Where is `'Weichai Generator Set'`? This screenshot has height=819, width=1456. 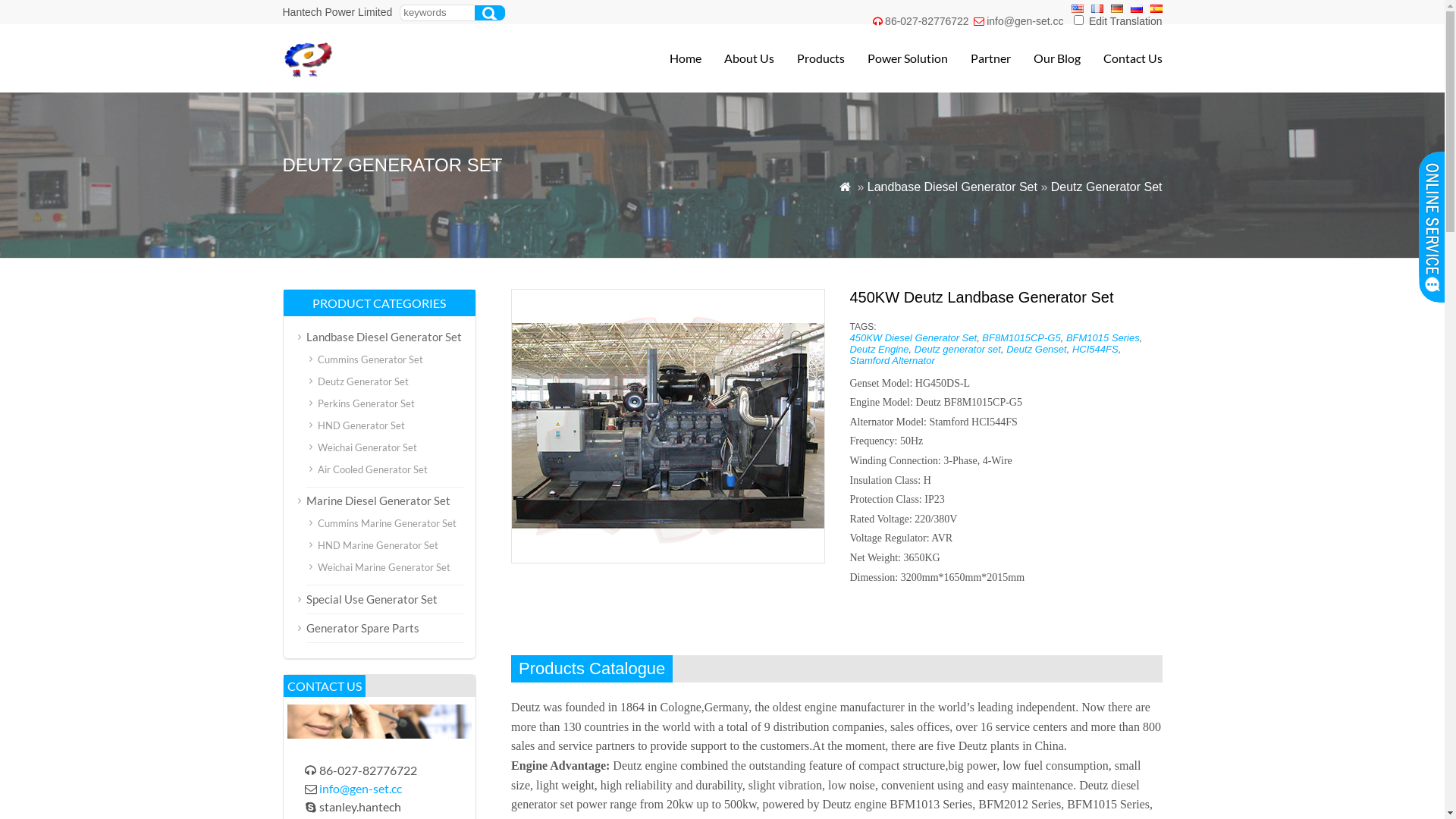
'Weichai Generator Set' is located at coordinates (366, 447).